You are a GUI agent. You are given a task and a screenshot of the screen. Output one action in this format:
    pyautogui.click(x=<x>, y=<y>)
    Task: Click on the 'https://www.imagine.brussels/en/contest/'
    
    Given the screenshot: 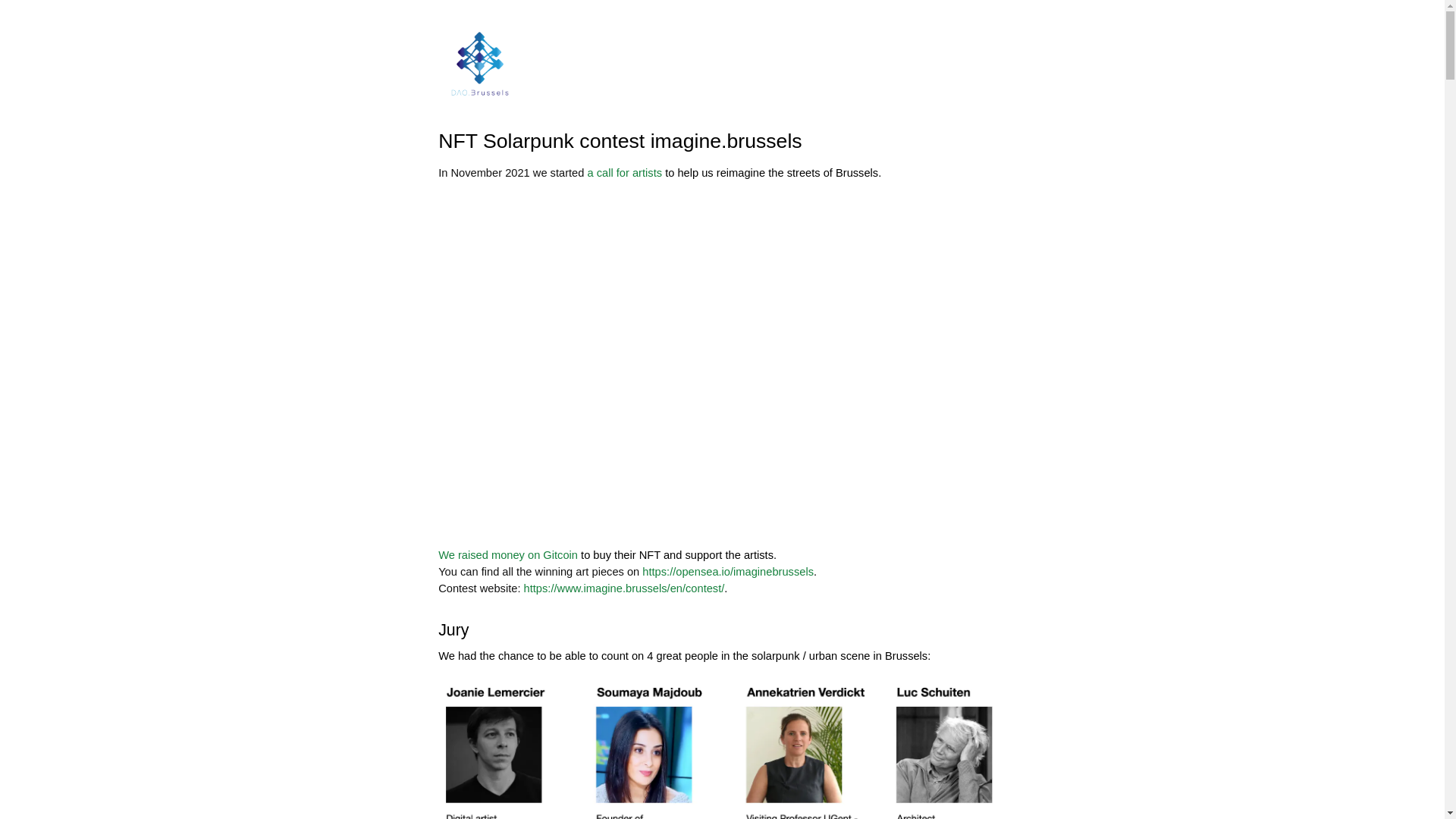 What is the action you would take?
    pyautogui.click(x=524, y=587)
    